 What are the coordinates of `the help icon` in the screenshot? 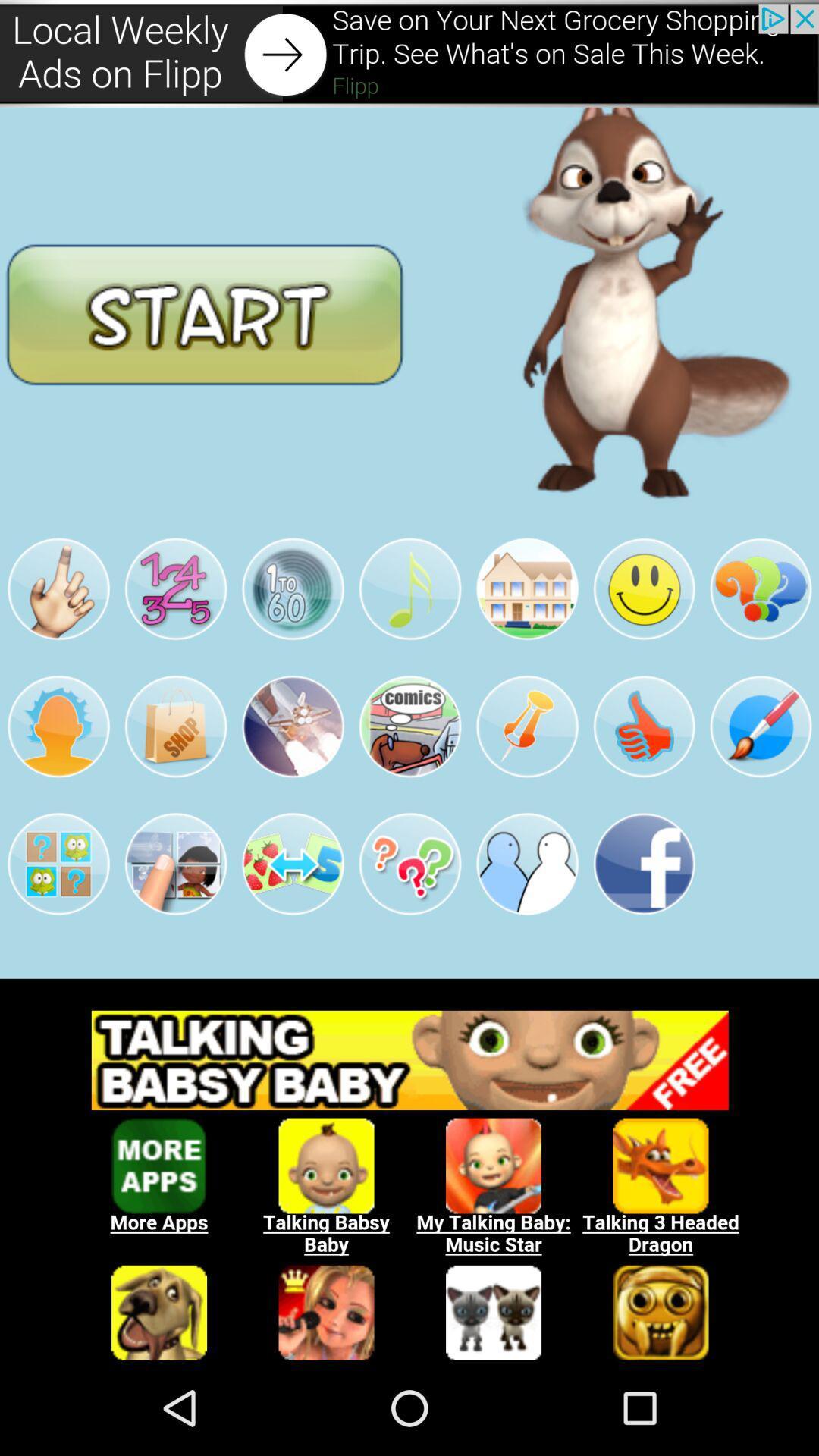 It's located at (761, 630).